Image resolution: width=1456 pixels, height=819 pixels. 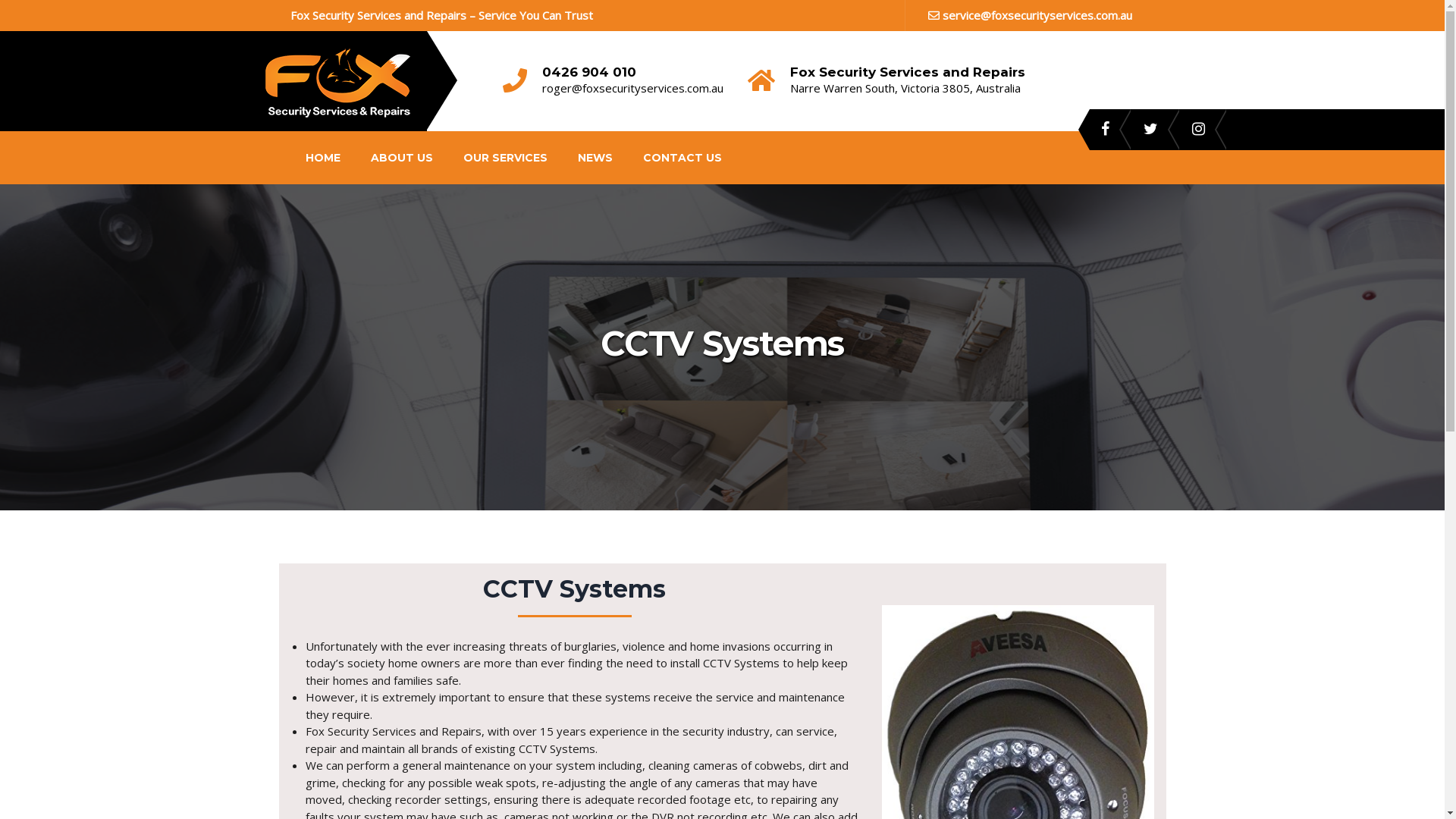 I want to click on 'OUR SERVICES', so click(x=504, y=155).